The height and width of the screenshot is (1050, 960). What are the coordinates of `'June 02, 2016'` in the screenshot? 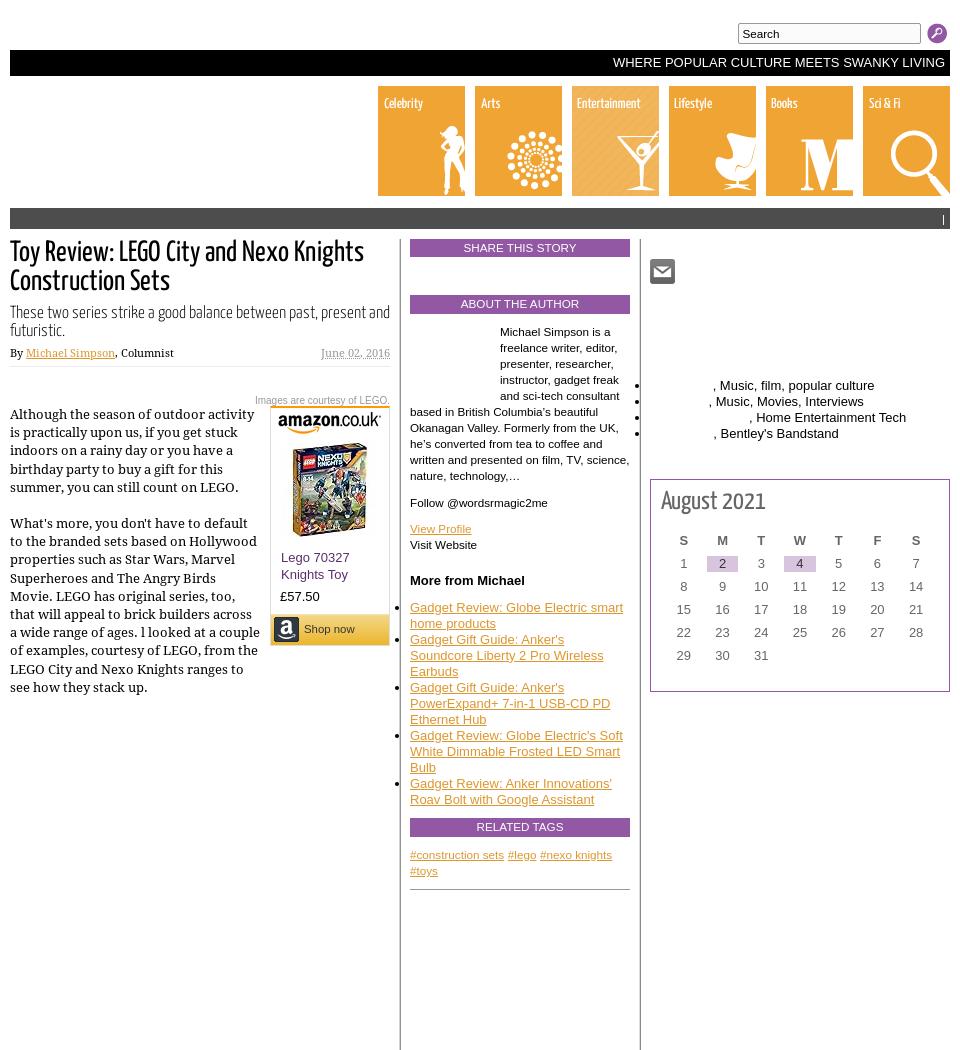 It's located at (321, 351).